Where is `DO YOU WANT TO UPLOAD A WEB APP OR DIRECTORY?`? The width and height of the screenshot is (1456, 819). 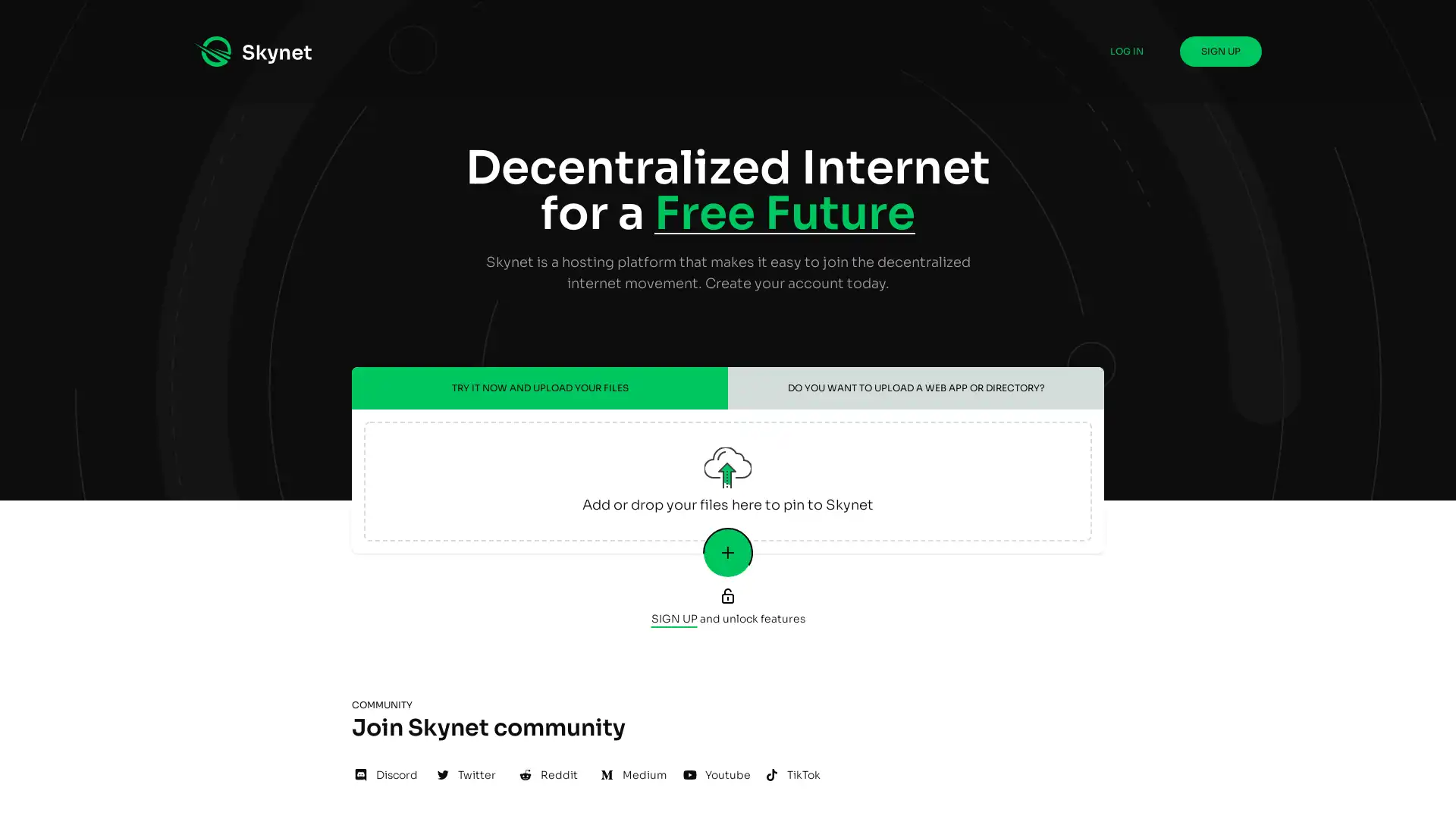 DO YOU WANT TO UPLOAD A WEB APP OR DIRECTORY? is located at coordinates (915, 388).